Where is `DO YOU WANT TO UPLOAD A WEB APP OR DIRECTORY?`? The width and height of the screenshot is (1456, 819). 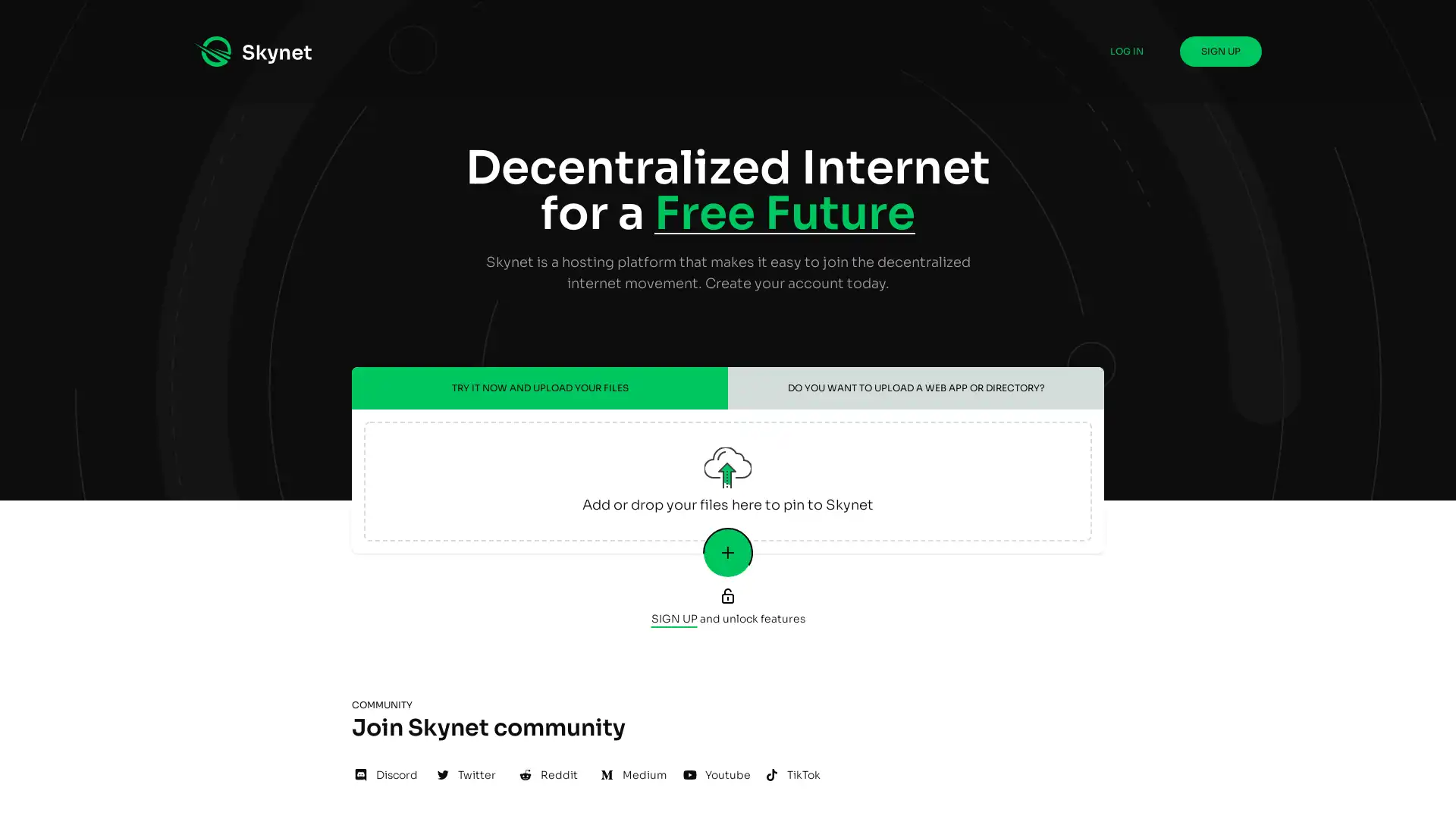 DO YOU WANT TO UPLOAD A WEB APP OR DIRECTORY? is located at coordinates (915, 388).